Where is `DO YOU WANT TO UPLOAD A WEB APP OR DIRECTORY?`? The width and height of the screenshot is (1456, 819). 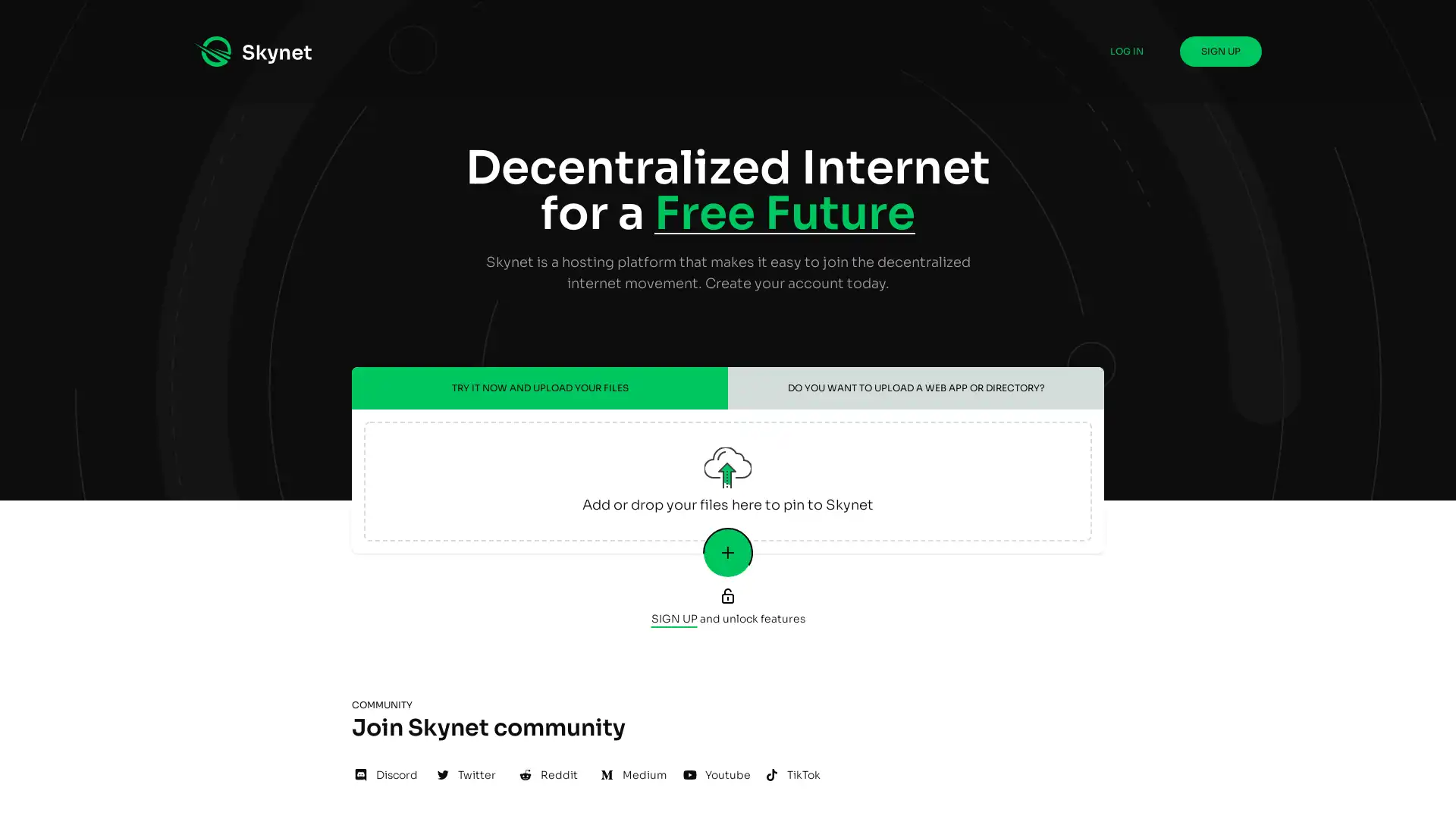 DO YOU WANT TO UPLOAD A WEB APP OR DIRECTORY? is located at coordinates (915, 388).